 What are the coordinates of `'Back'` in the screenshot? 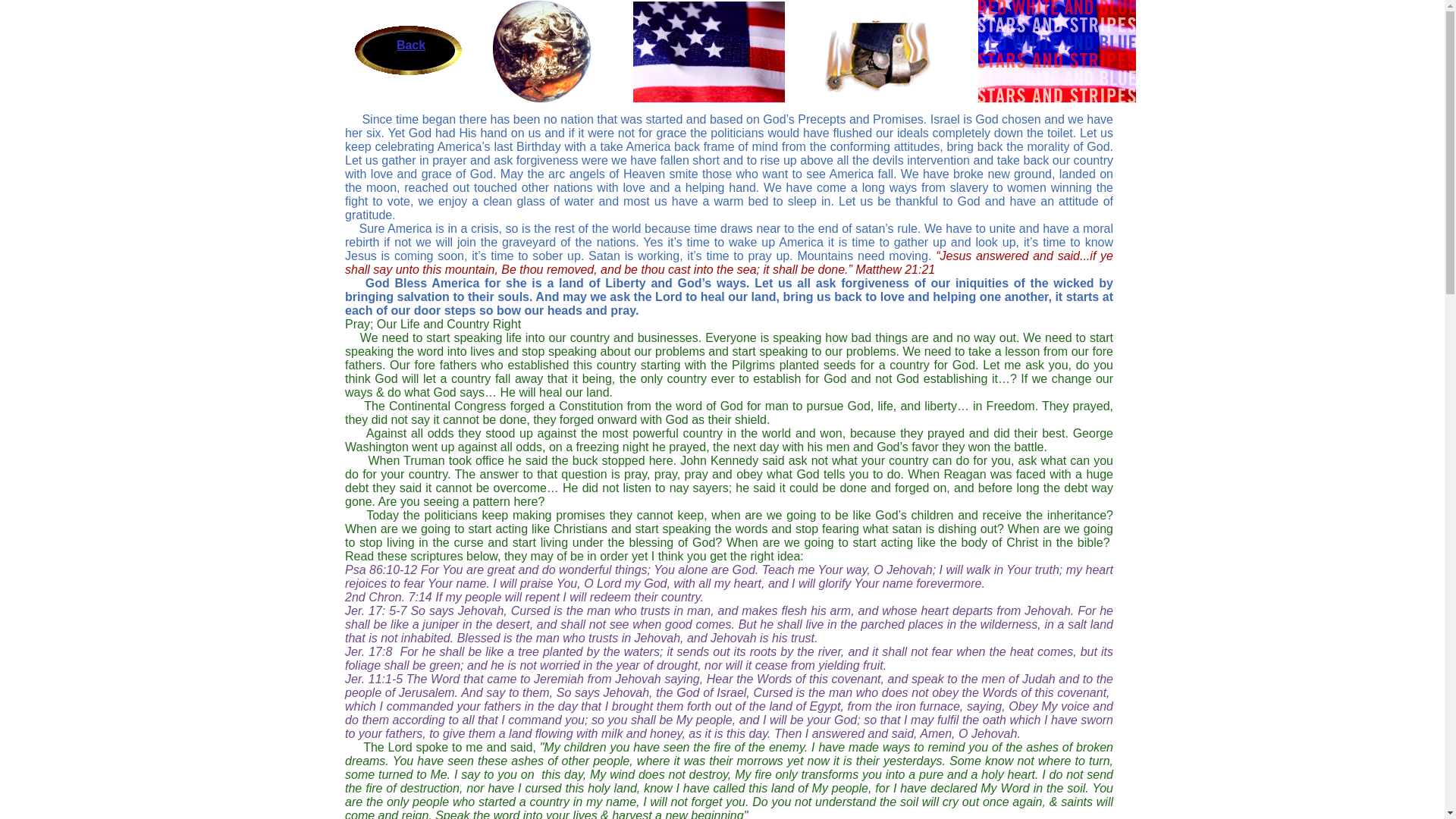 It's located at (411, 44).